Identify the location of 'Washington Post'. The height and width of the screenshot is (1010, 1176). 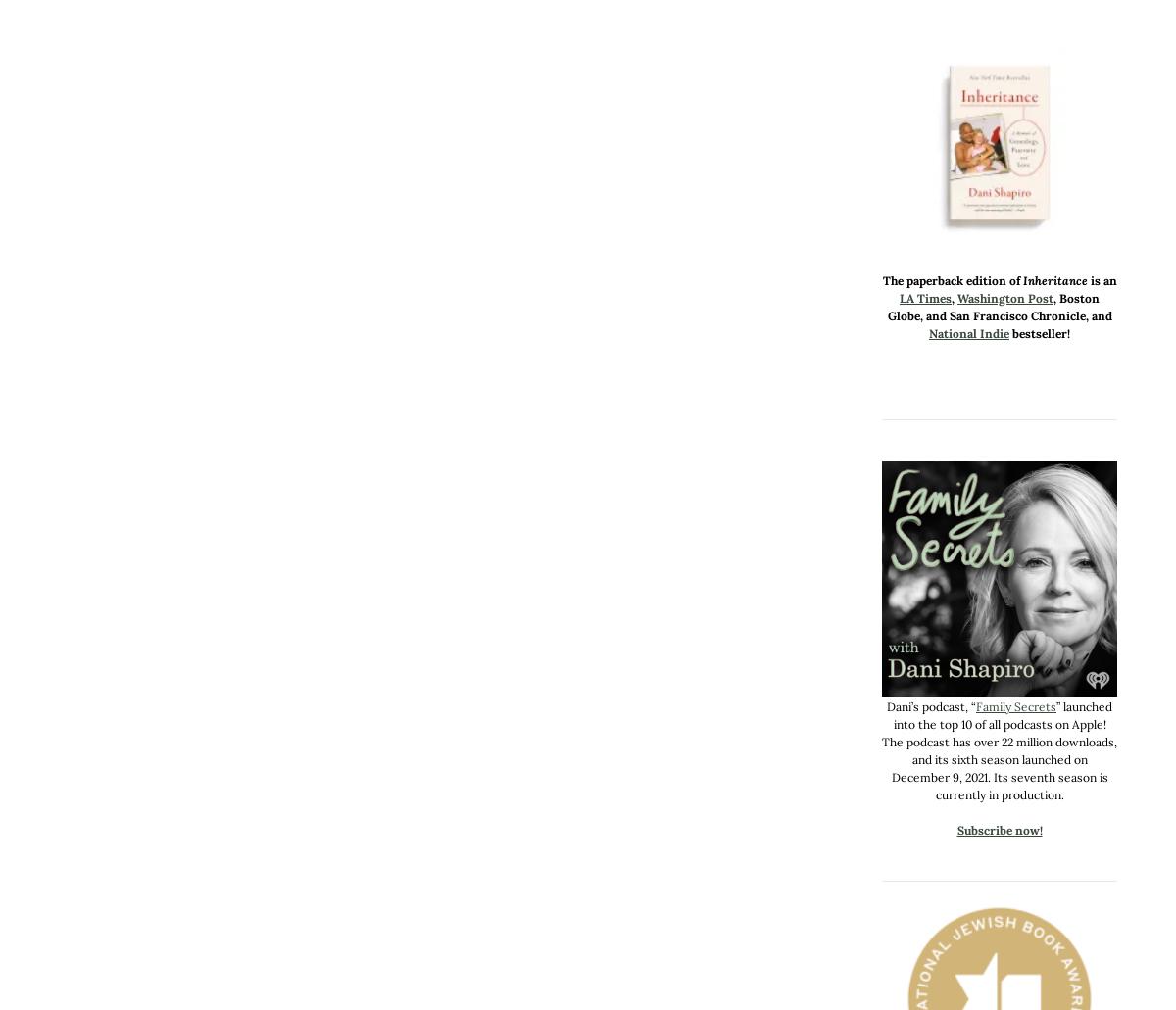
(1005, 298).